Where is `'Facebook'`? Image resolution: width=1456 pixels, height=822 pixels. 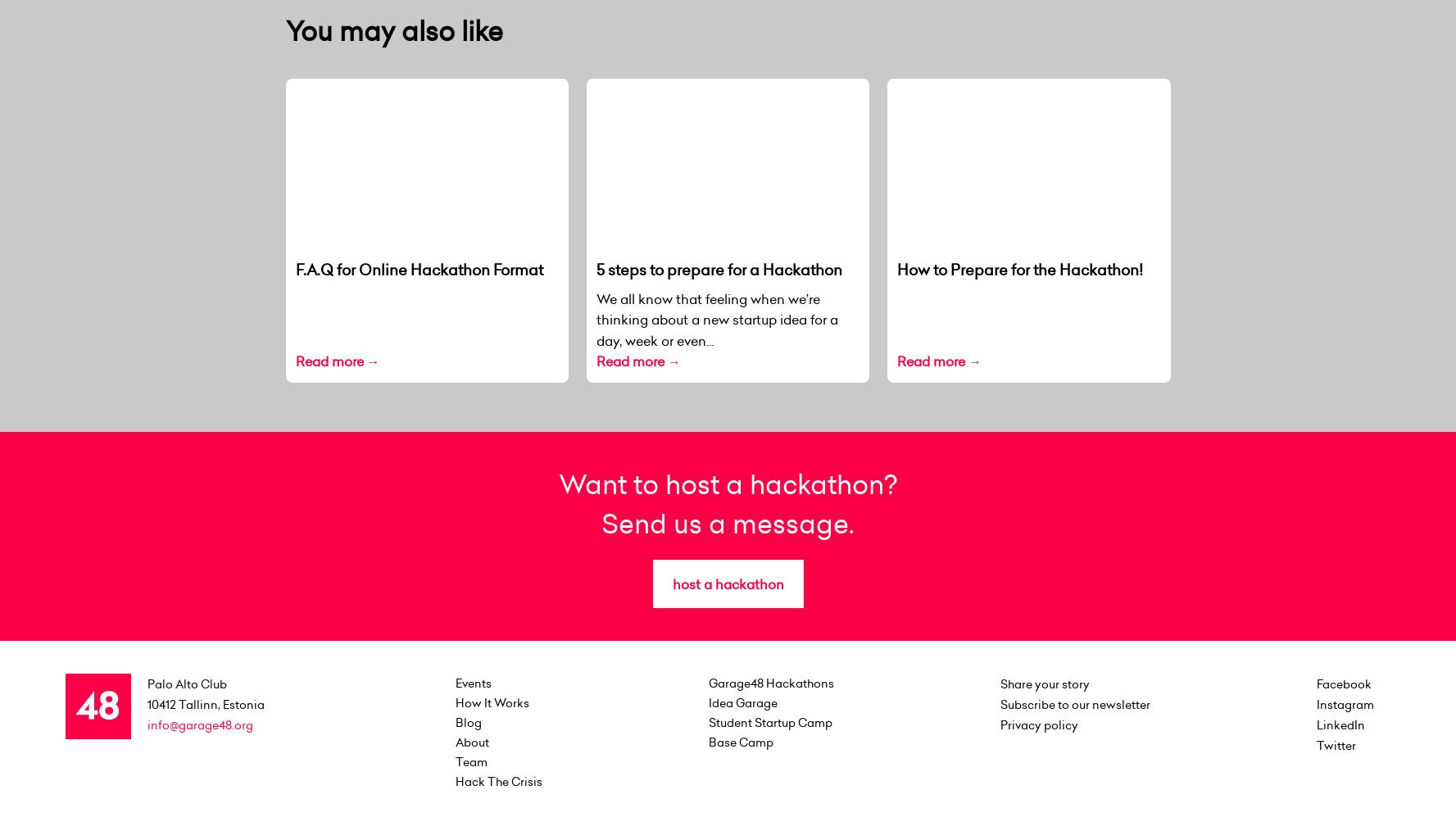
'Facebook' is located at coordinates (1344, 683).